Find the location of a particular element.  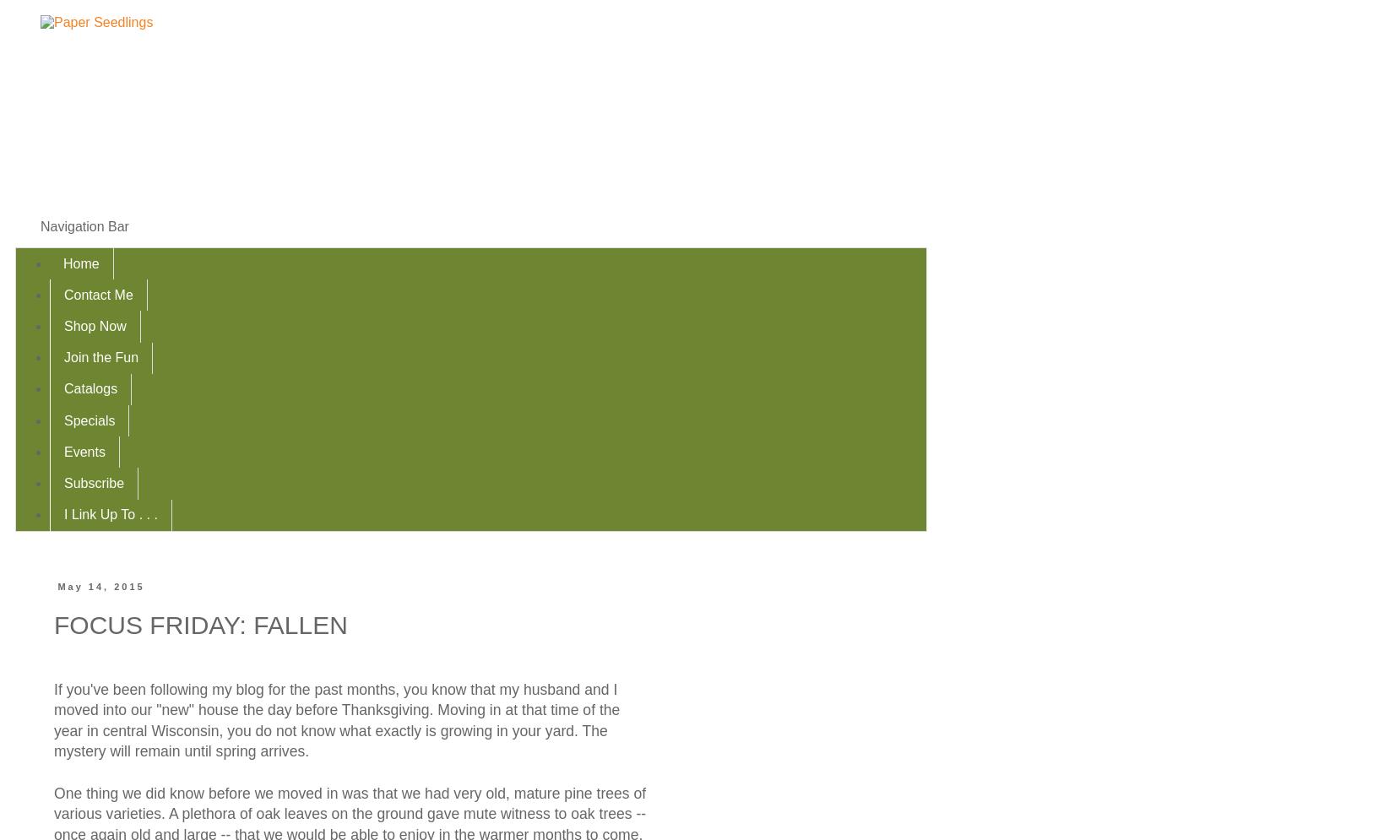

'Specials' is located at coordinates (88, 420).